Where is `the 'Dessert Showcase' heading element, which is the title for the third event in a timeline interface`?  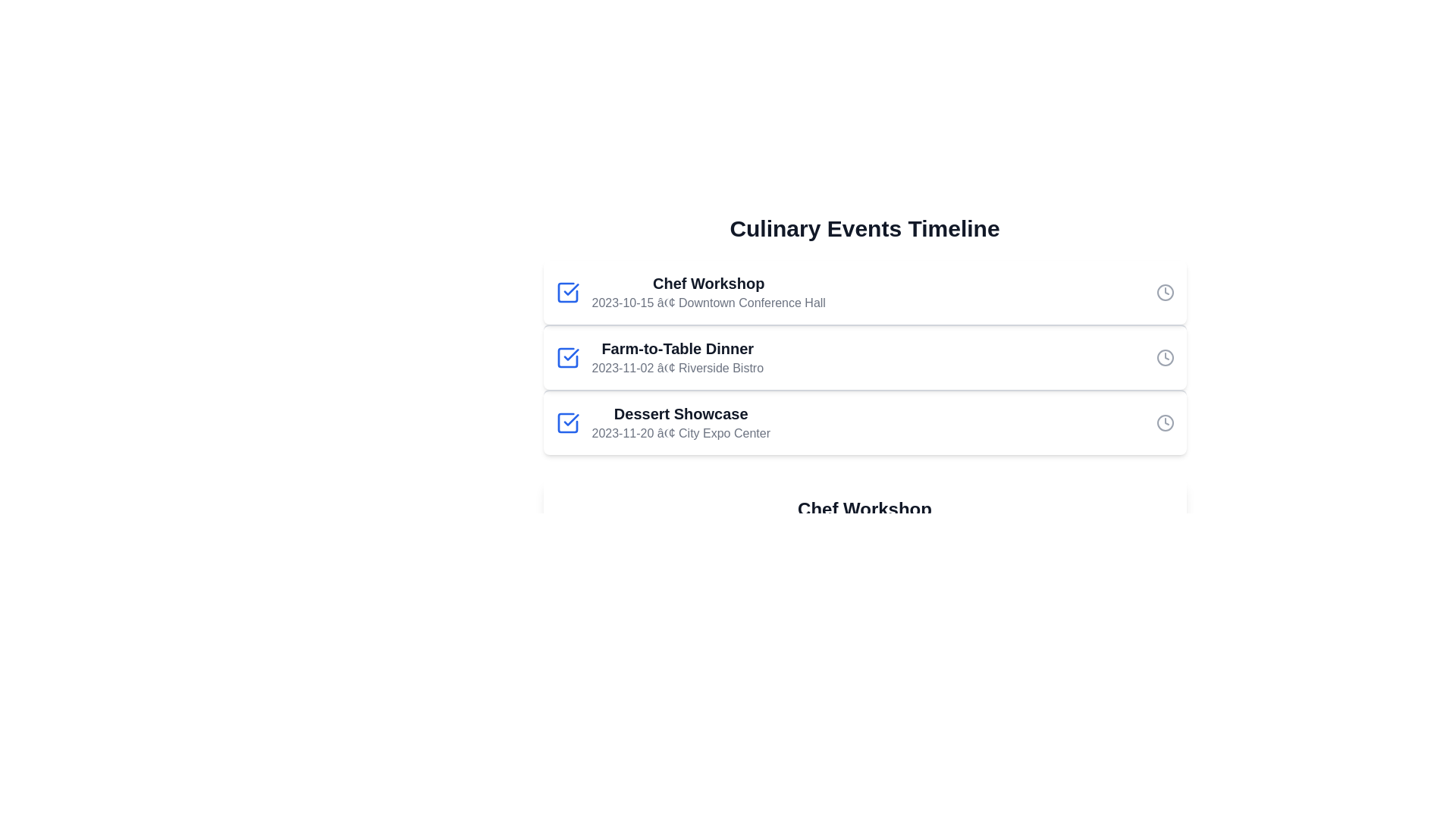 the 'Dessert Showcase' heading element, which is the title for the third event in a timeline interface is located at coordinates (680, 414).